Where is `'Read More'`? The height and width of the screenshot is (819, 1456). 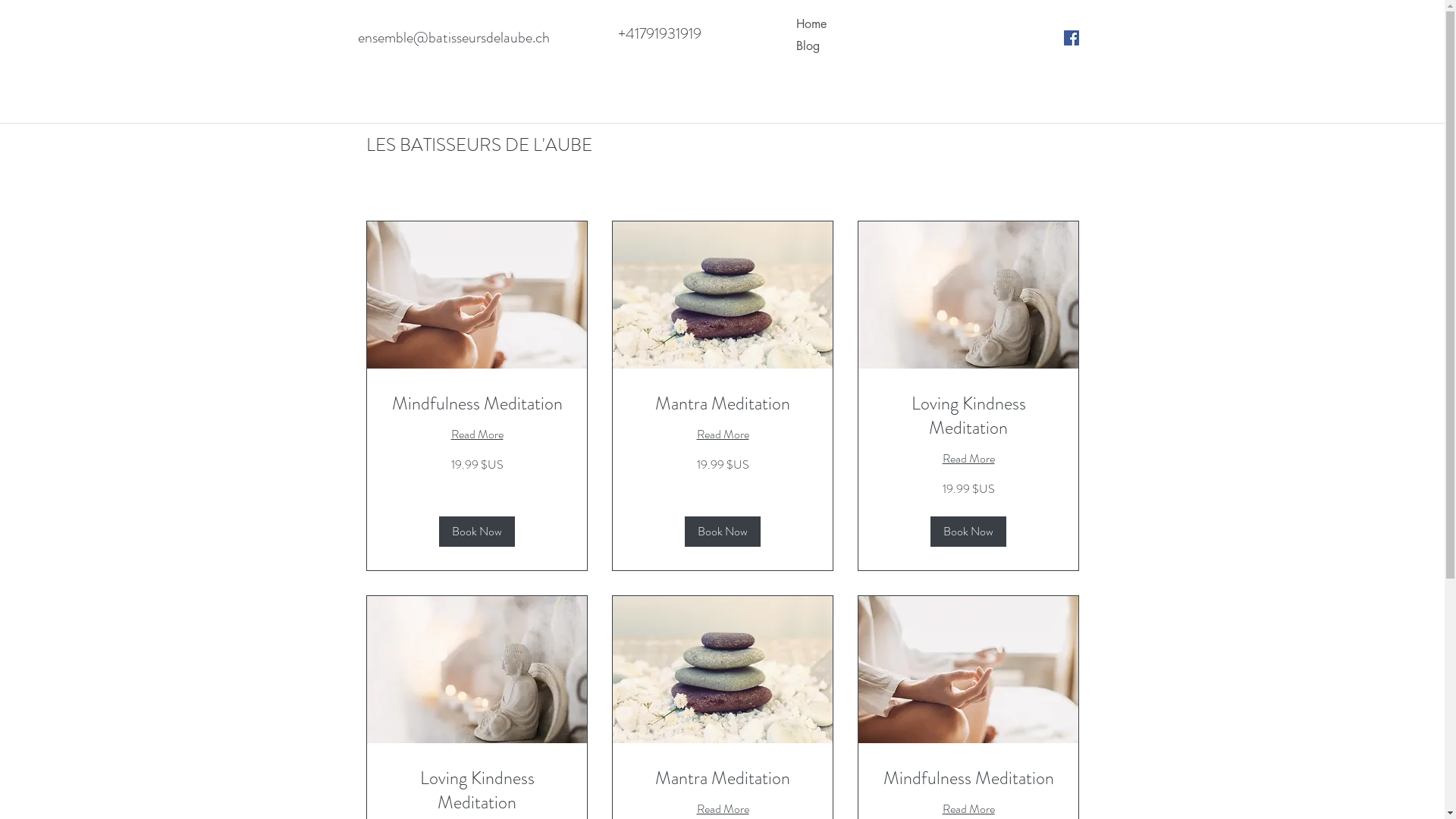
'Read More' is located at coordinates (721, 808).